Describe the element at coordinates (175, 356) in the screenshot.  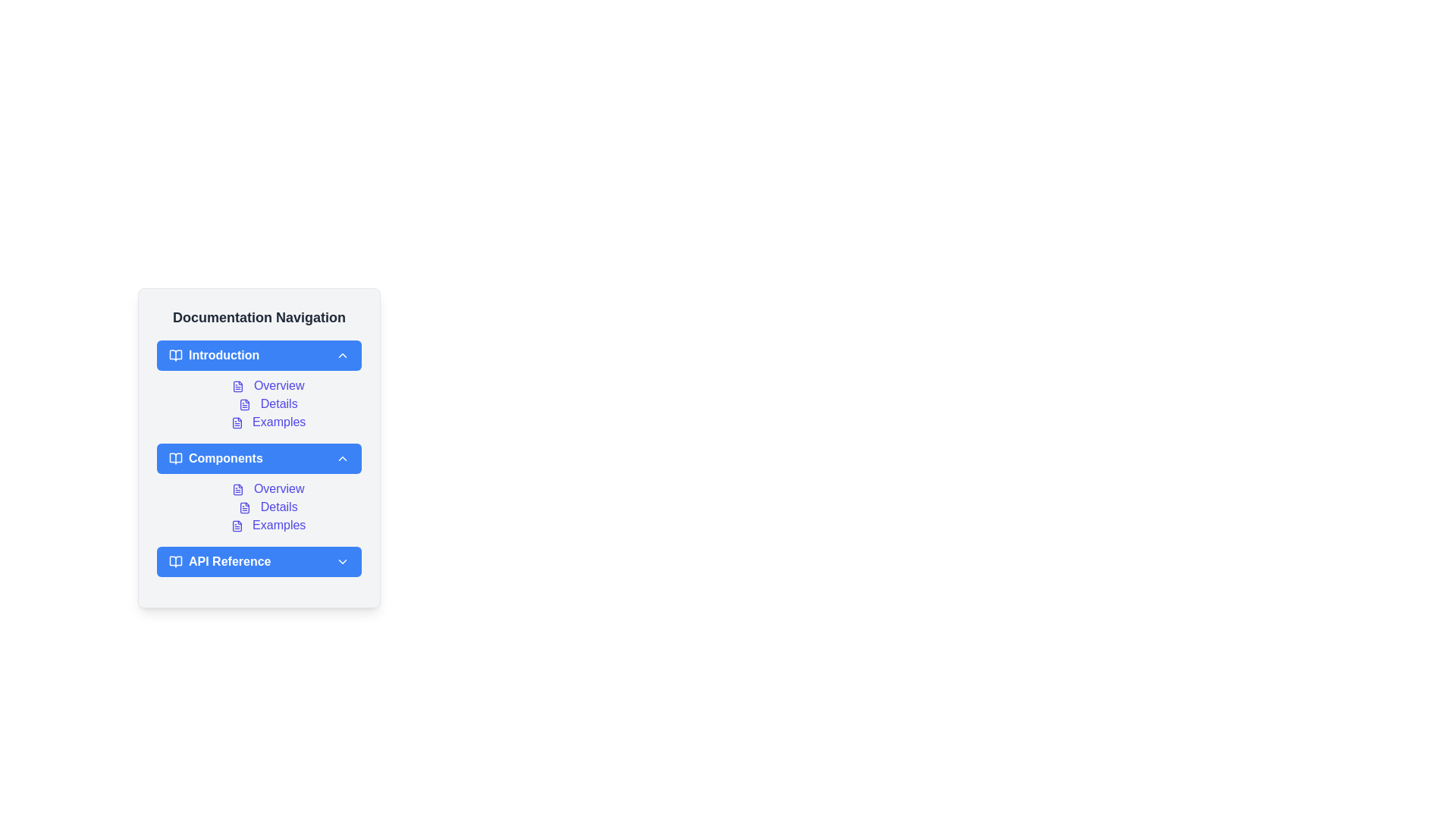
I see `the graphical icon representing the 'Introduction' menu item in the sidebar navigation menu, located immediately to the left of the text 'Introduction'` at that location.